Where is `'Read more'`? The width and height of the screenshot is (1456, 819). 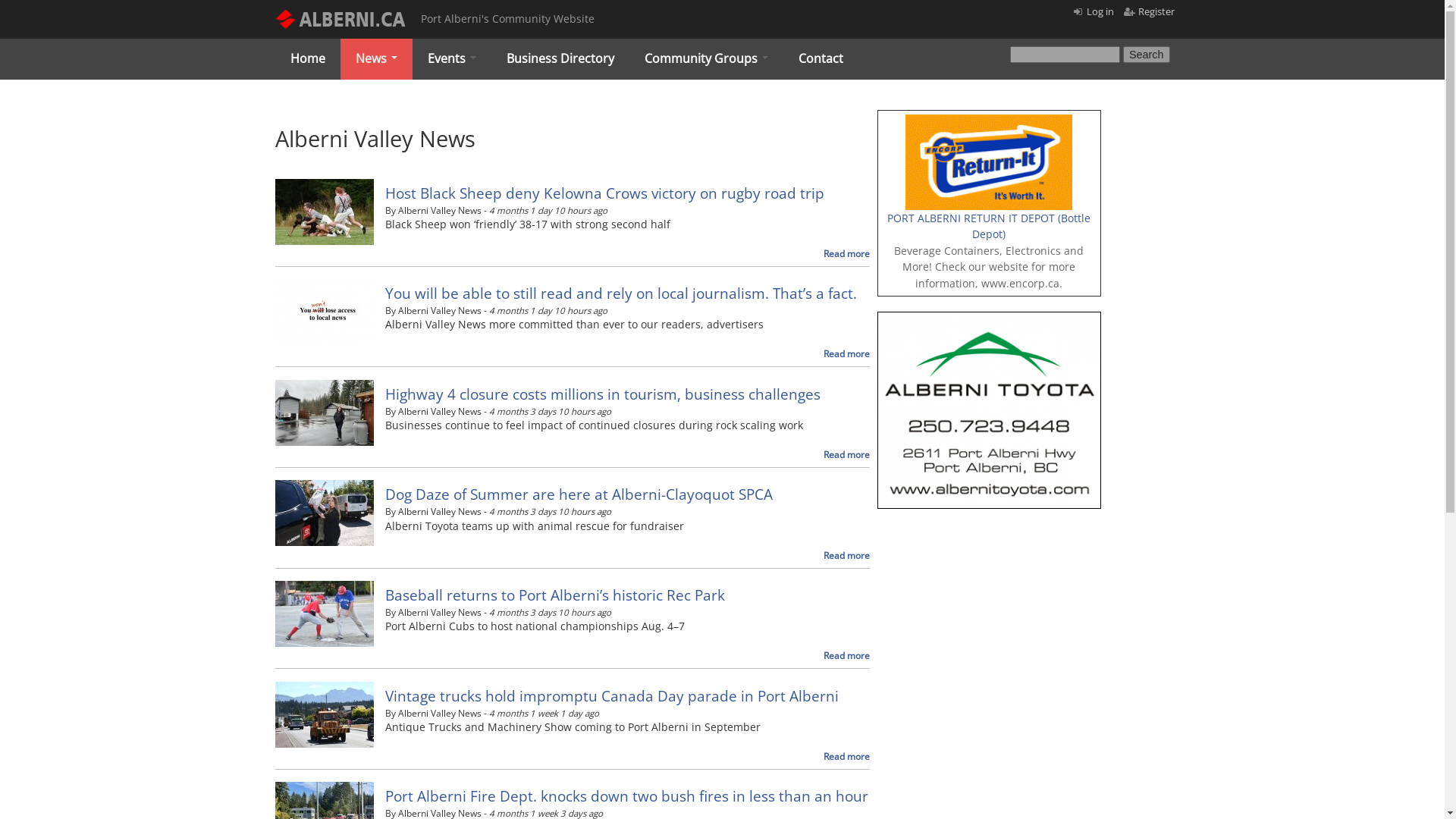
'Read more' is located at coordinates (846, 453).